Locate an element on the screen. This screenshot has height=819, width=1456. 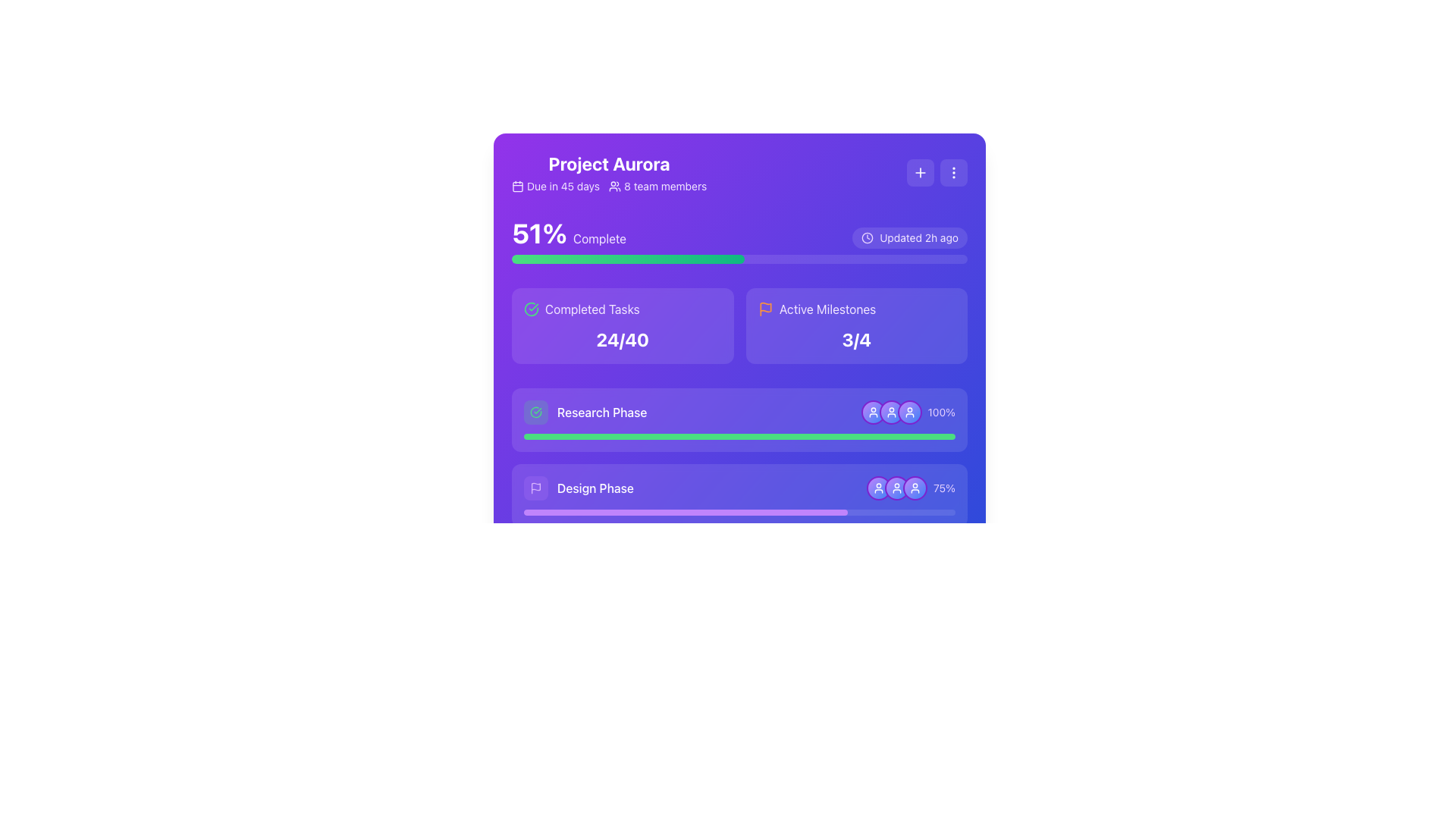
the user profile or avatar icon, which is the first of three circular icons in the 'Design Phase' section, located to the right above the 75% progress indicator is located at coordinates (878, 488).